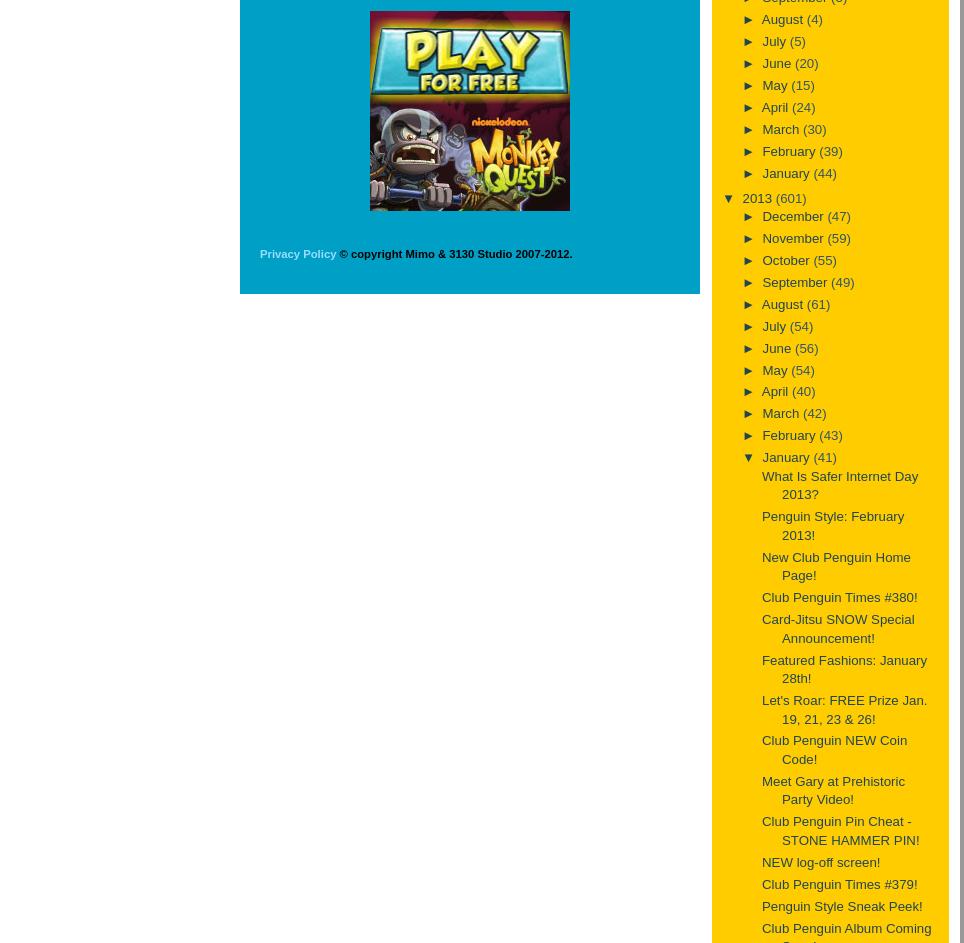  Describe the element at coordinates (839, 829) in the screenshot. I see `'Club Penguin Pin Cheat - STONE HAMMER PIN!'` at that location.